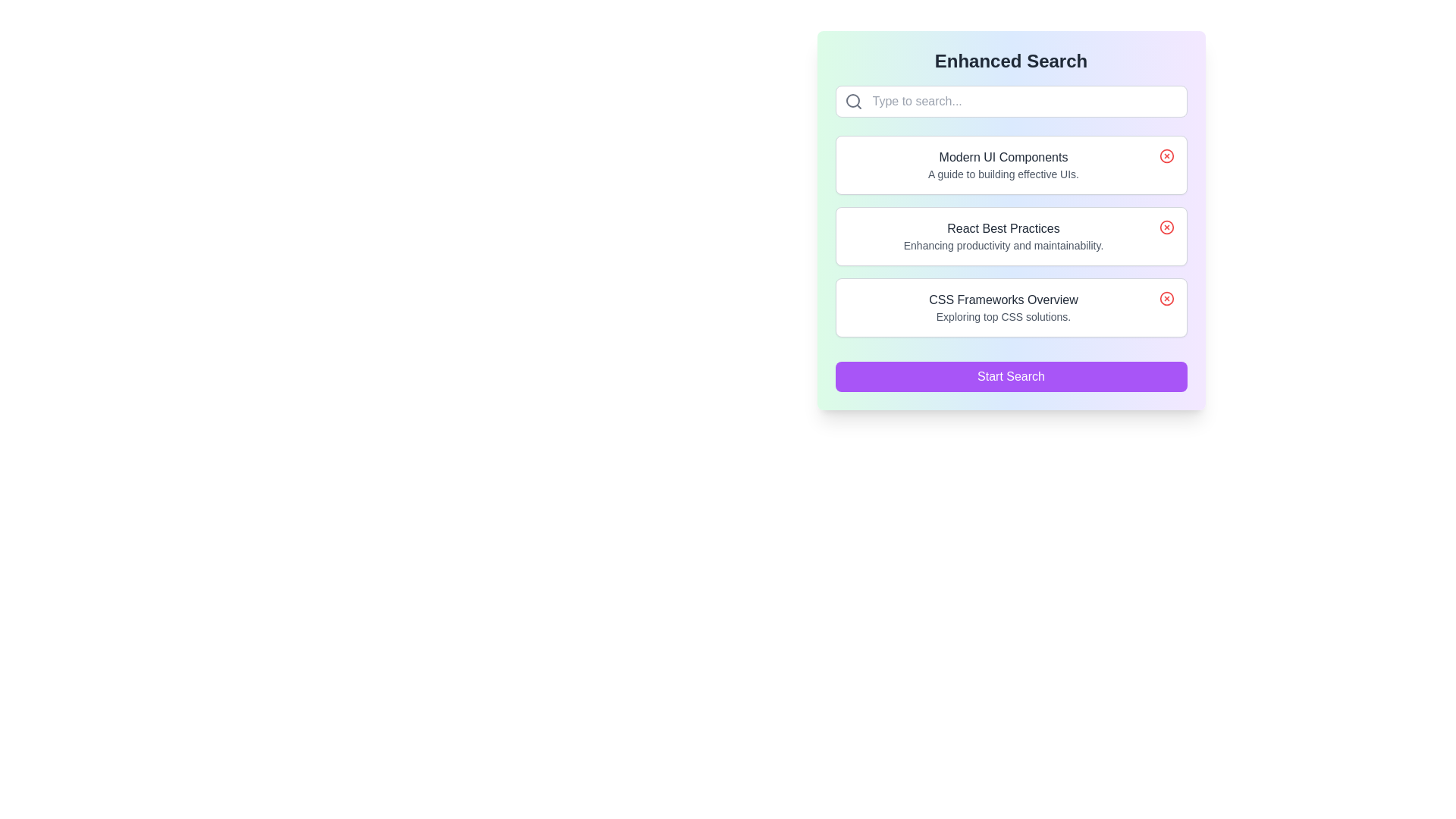  What do you see at coordinates (1166, 298) in the screenshot?
I see `the delete button located in the upper-right corner of the 'CSS Frameworks Overview' card` at bounding box center [1166, 298].